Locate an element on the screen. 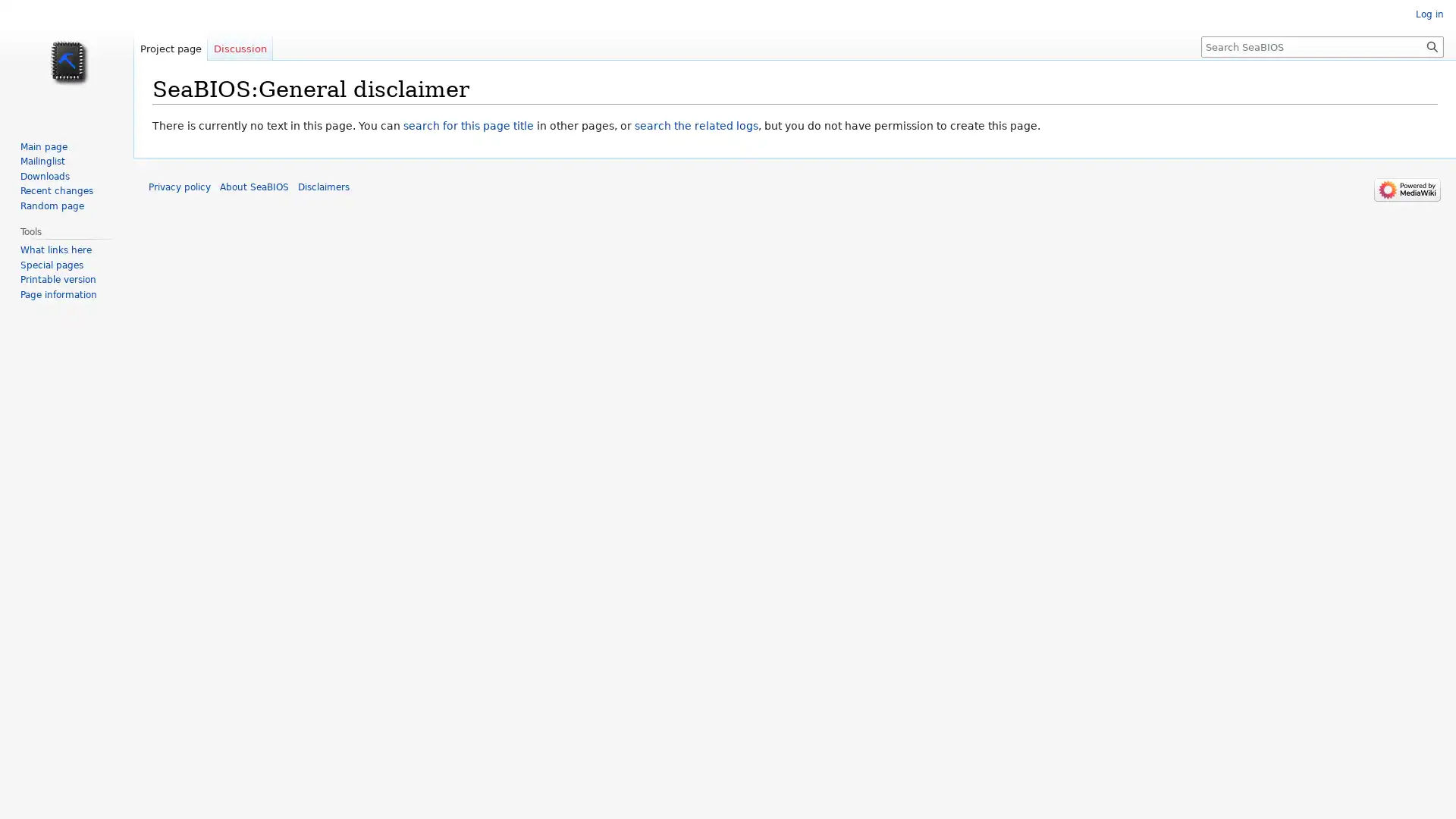 The image size is (1456, 819). Go is located at coordinates (1432, 45).